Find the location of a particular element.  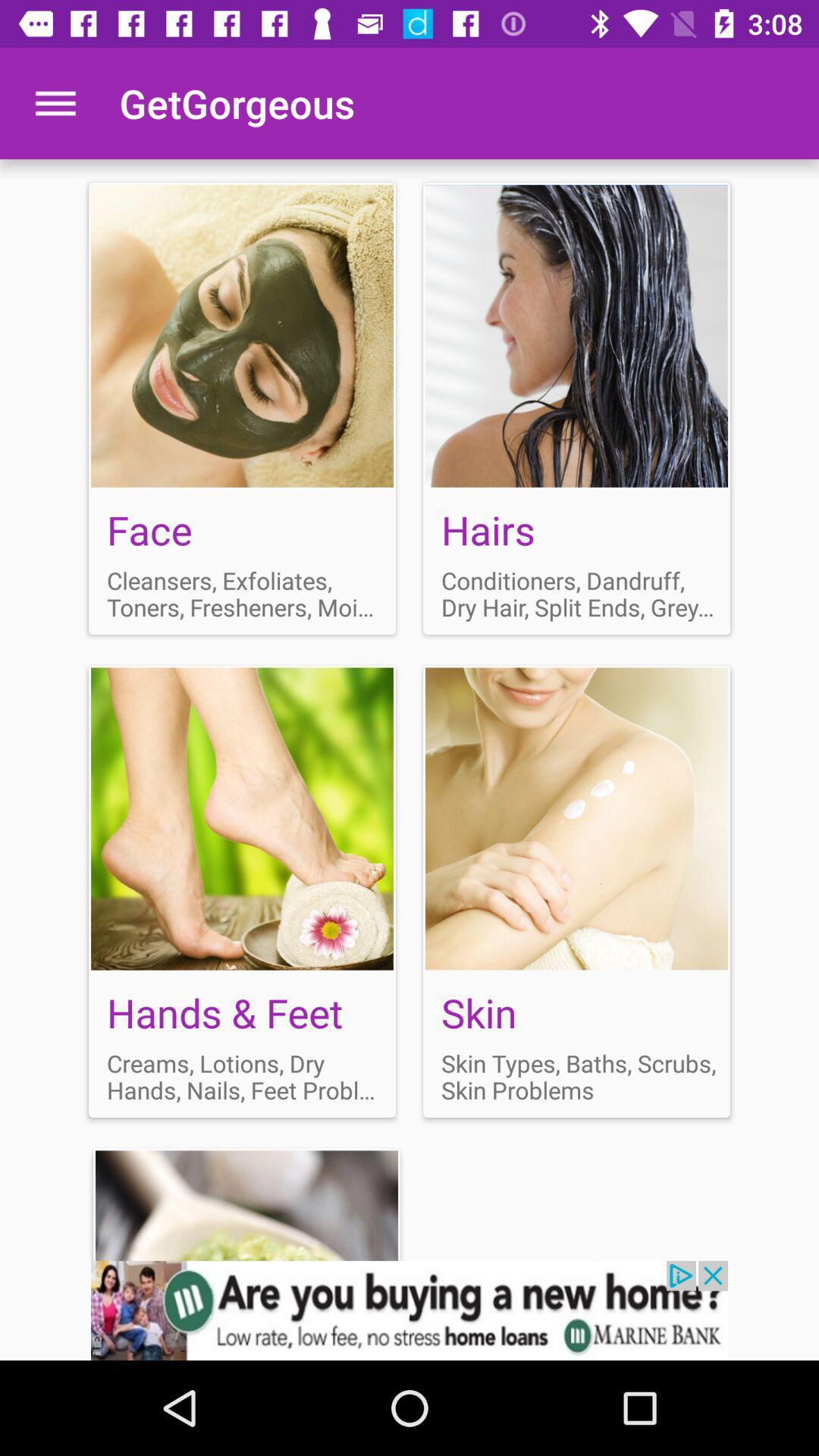

to select options for hands feet is located at coordinates (241, 891).